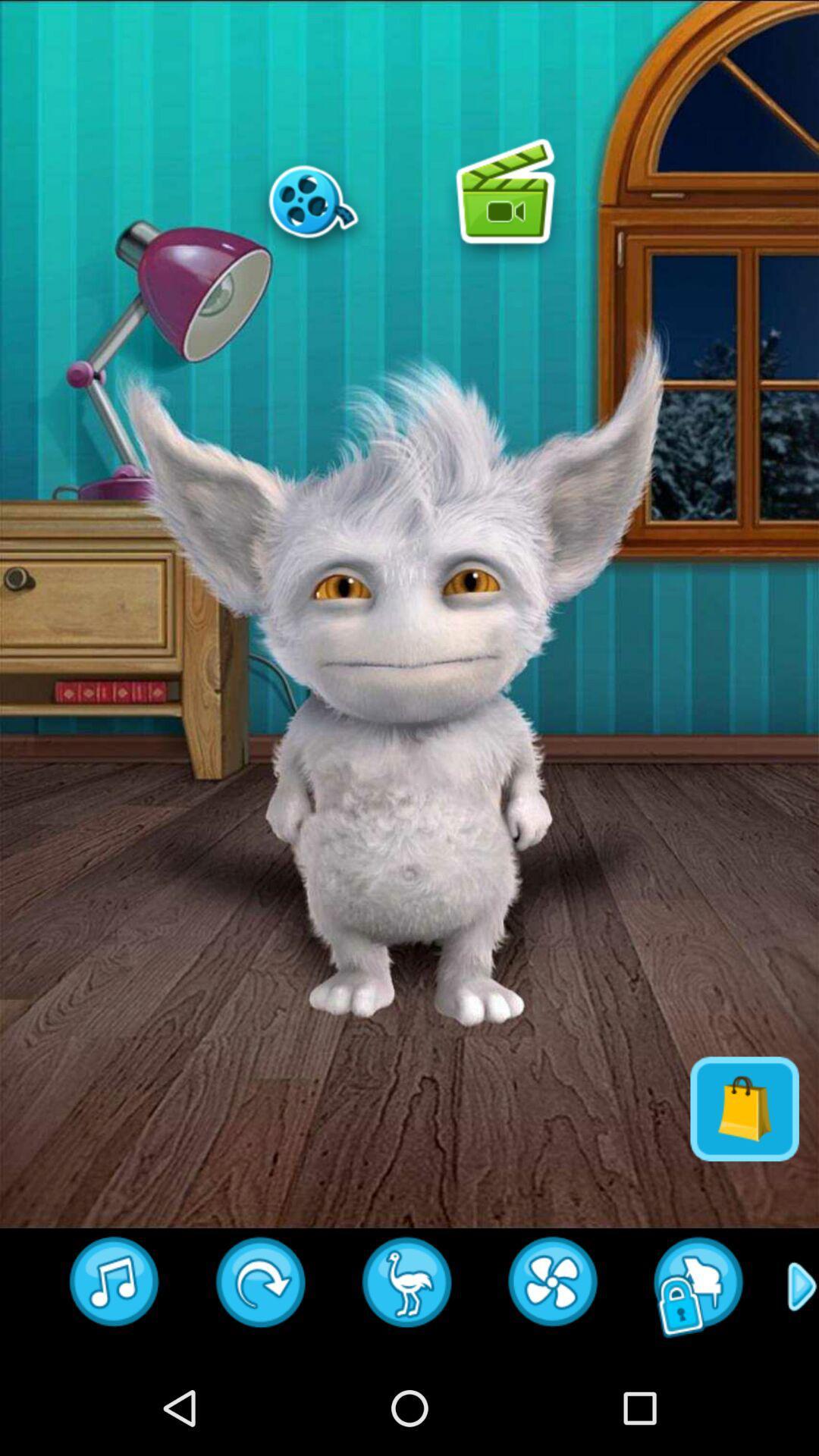  I want to click on refresh page, so click(260, 1286).